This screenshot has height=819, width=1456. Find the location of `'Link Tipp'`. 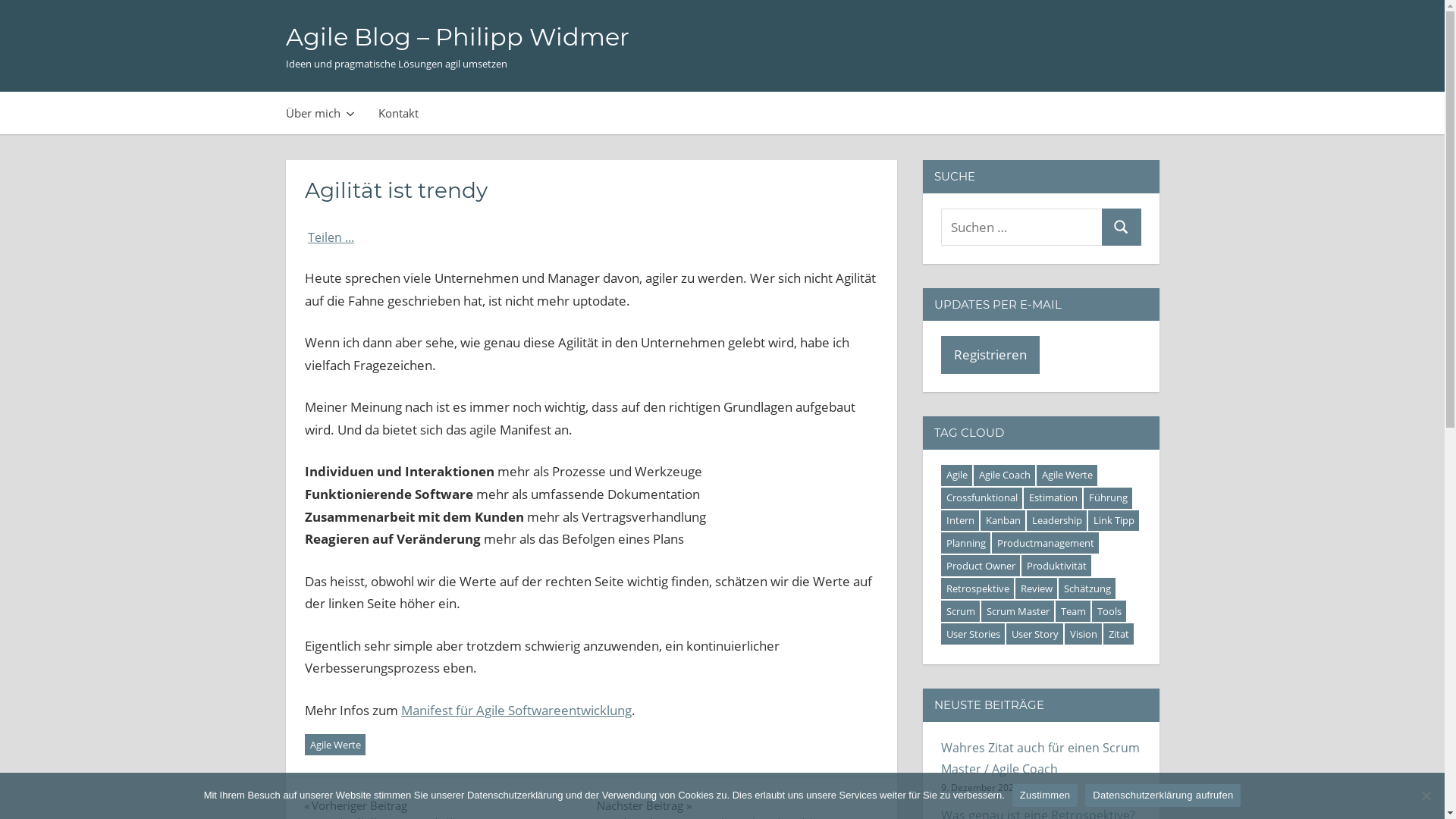

'Link Tipp' is located at coordinates (1113, 519).